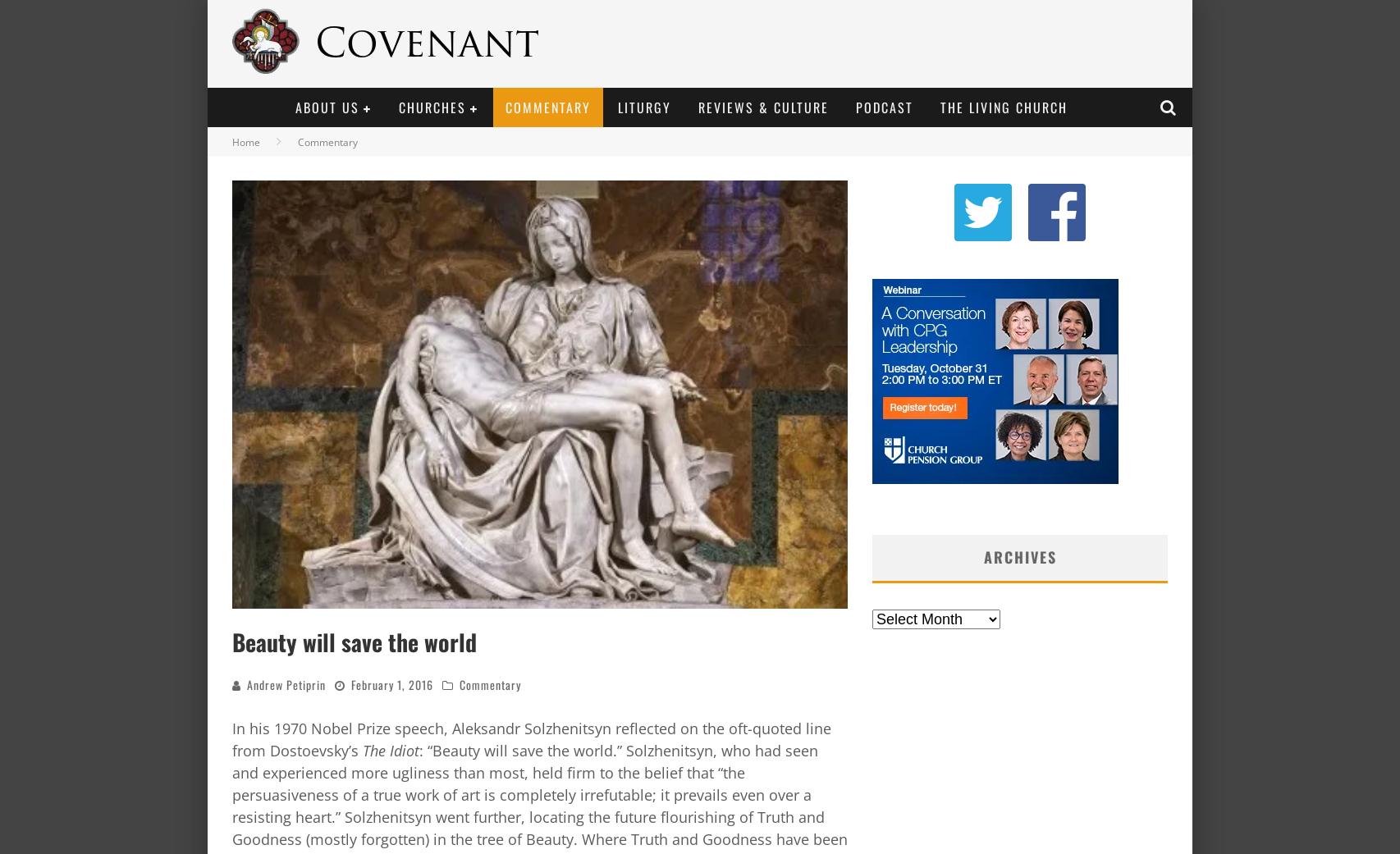 The width and height of the screenshot is (1400, 854). I want to click on 'Liturgy', so click(617, 107).